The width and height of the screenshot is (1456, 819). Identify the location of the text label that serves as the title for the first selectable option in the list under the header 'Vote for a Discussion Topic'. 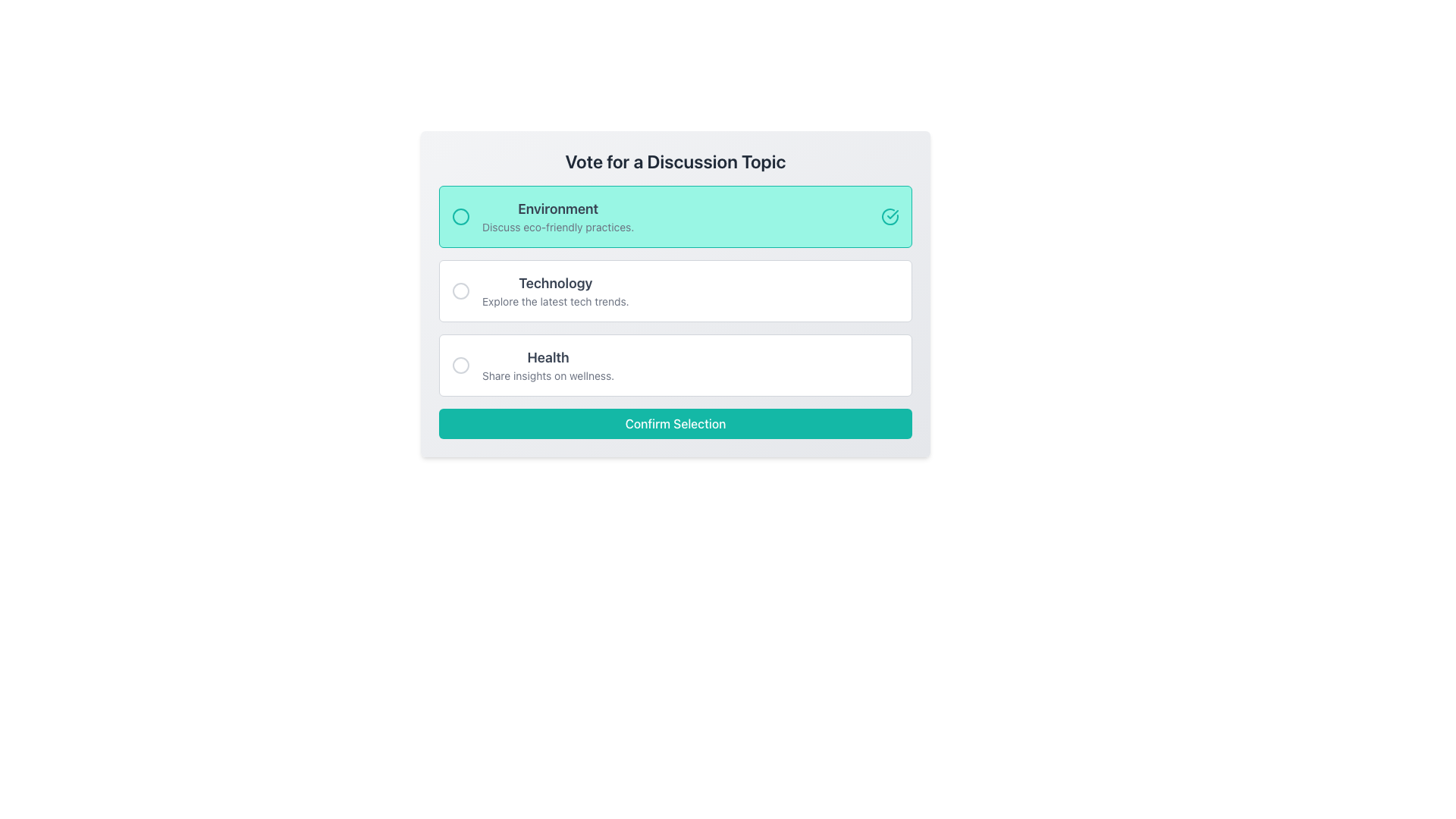
(557, 209).